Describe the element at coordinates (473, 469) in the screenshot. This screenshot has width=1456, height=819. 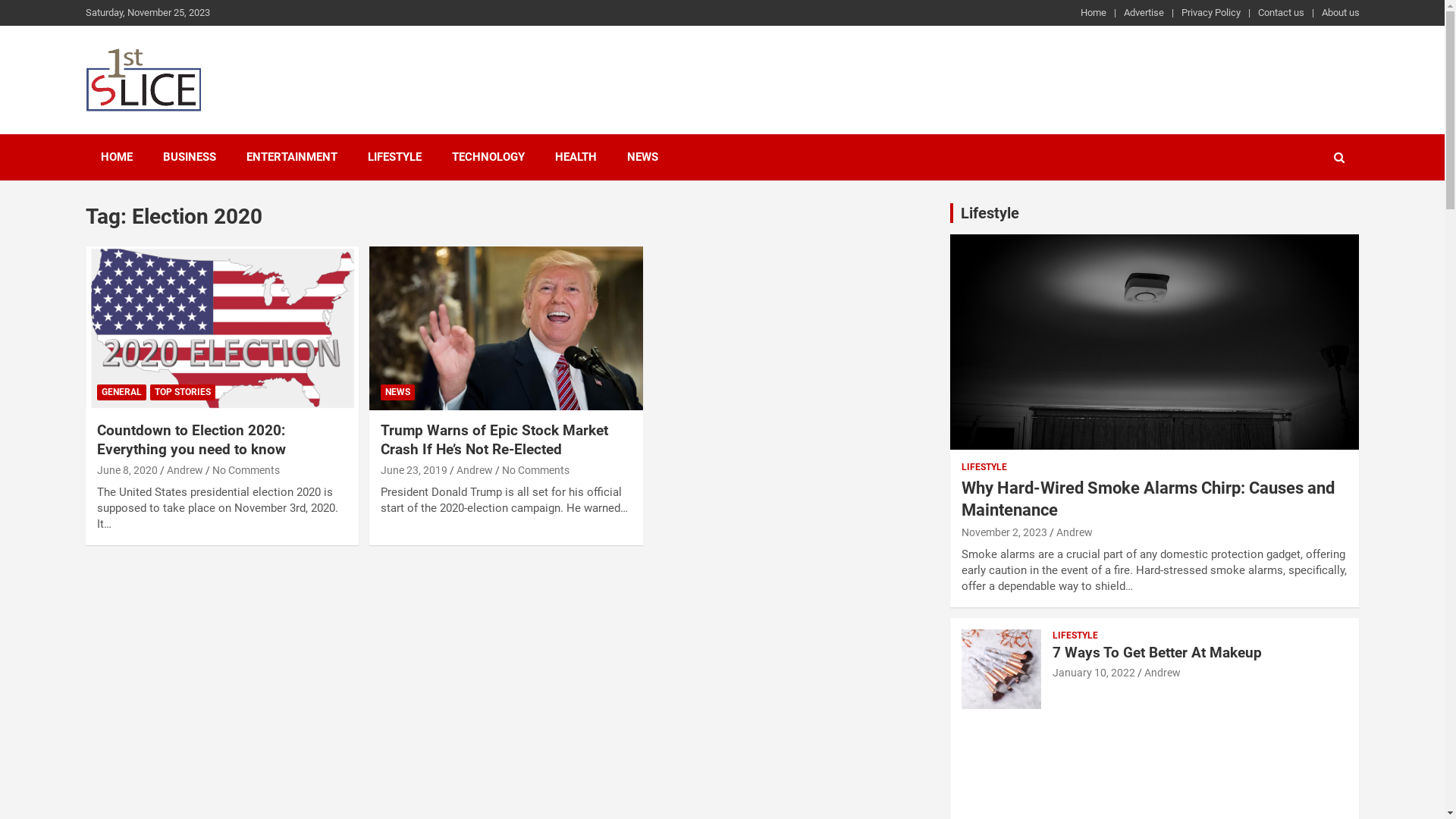
I see `'Andrew'` at that location.